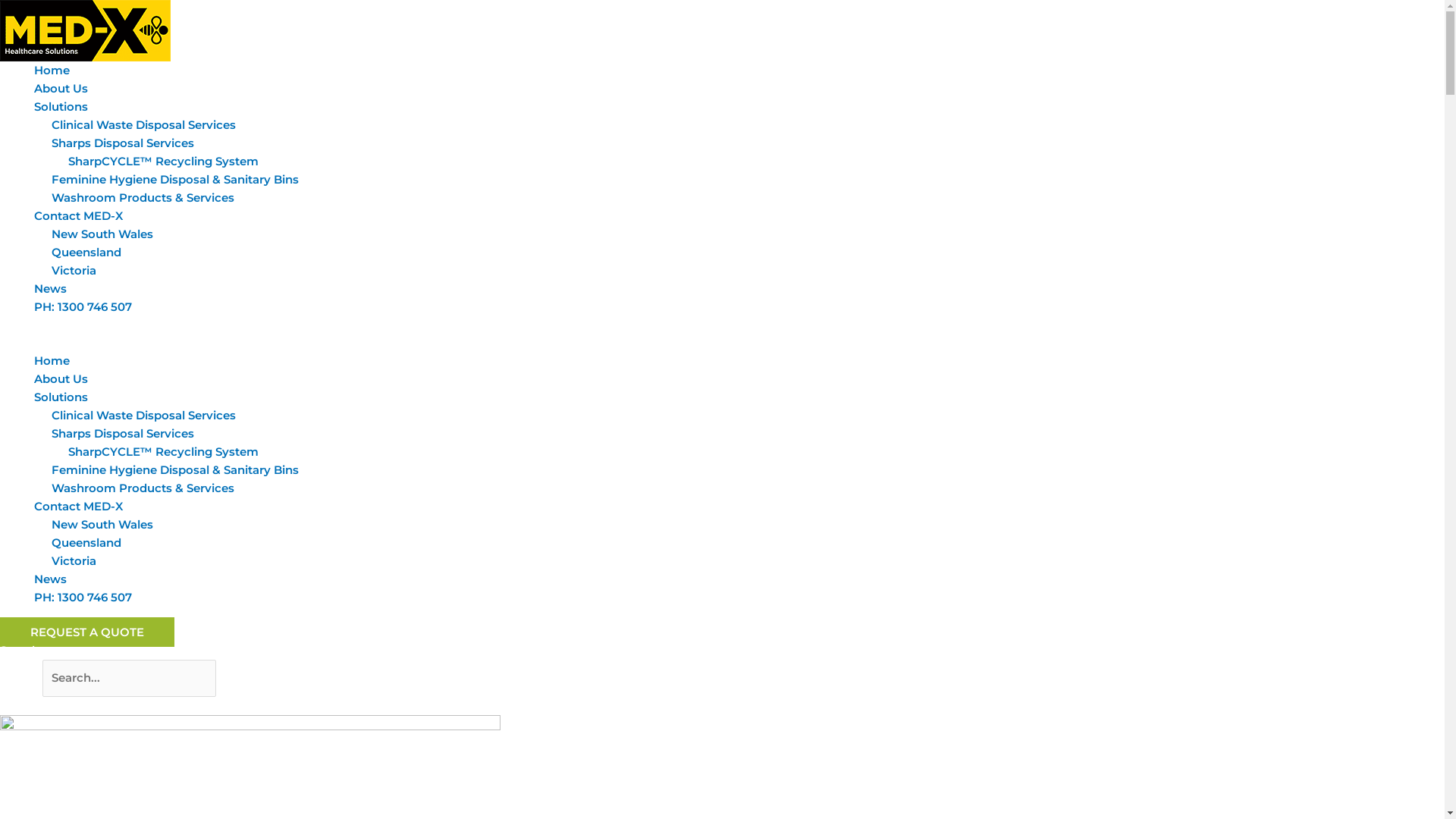  Describe the element at coordinates (143, 124) in the screenshot. I see `'Clinical Waste Disposal Services'` at that location.